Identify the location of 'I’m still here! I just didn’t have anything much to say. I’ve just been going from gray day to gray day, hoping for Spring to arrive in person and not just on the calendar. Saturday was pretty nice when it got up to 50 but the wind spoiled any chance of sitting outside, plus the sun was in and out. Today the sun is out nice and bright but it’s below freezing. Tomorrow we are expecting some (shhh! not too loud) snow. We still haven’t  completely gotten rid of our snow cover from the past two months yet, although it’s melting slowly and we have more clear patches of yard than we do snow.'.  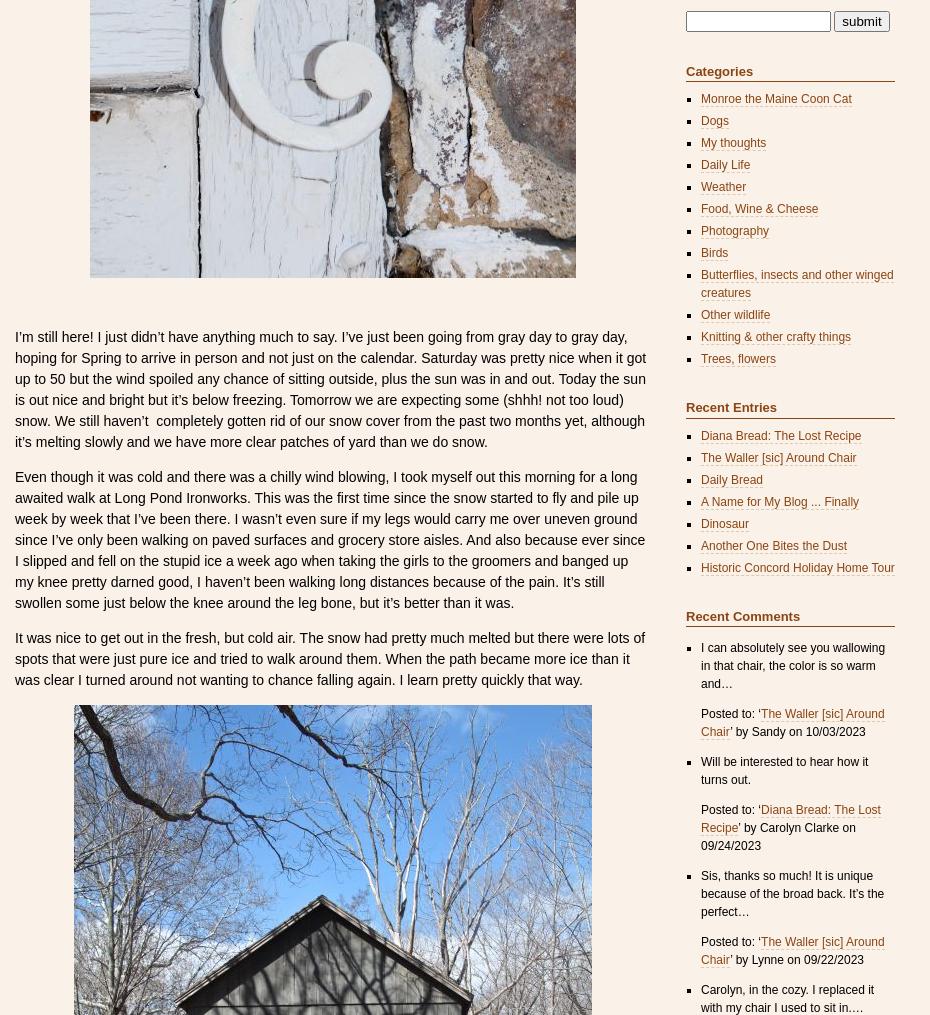
(329, 388).